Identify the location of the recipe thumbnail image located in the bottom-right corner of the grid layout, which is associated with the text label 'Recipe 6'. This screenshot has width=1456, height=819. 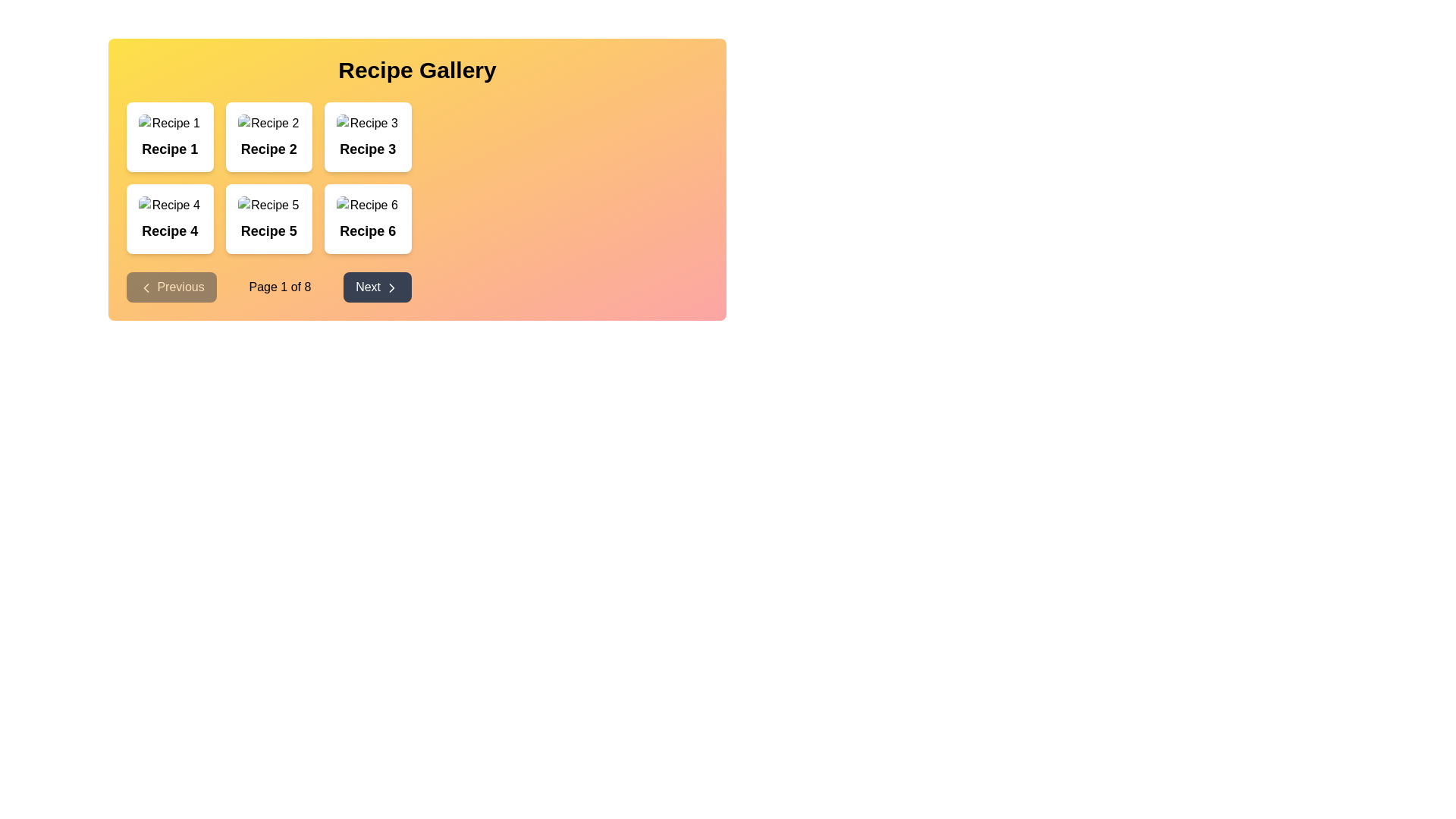
(368, 205).